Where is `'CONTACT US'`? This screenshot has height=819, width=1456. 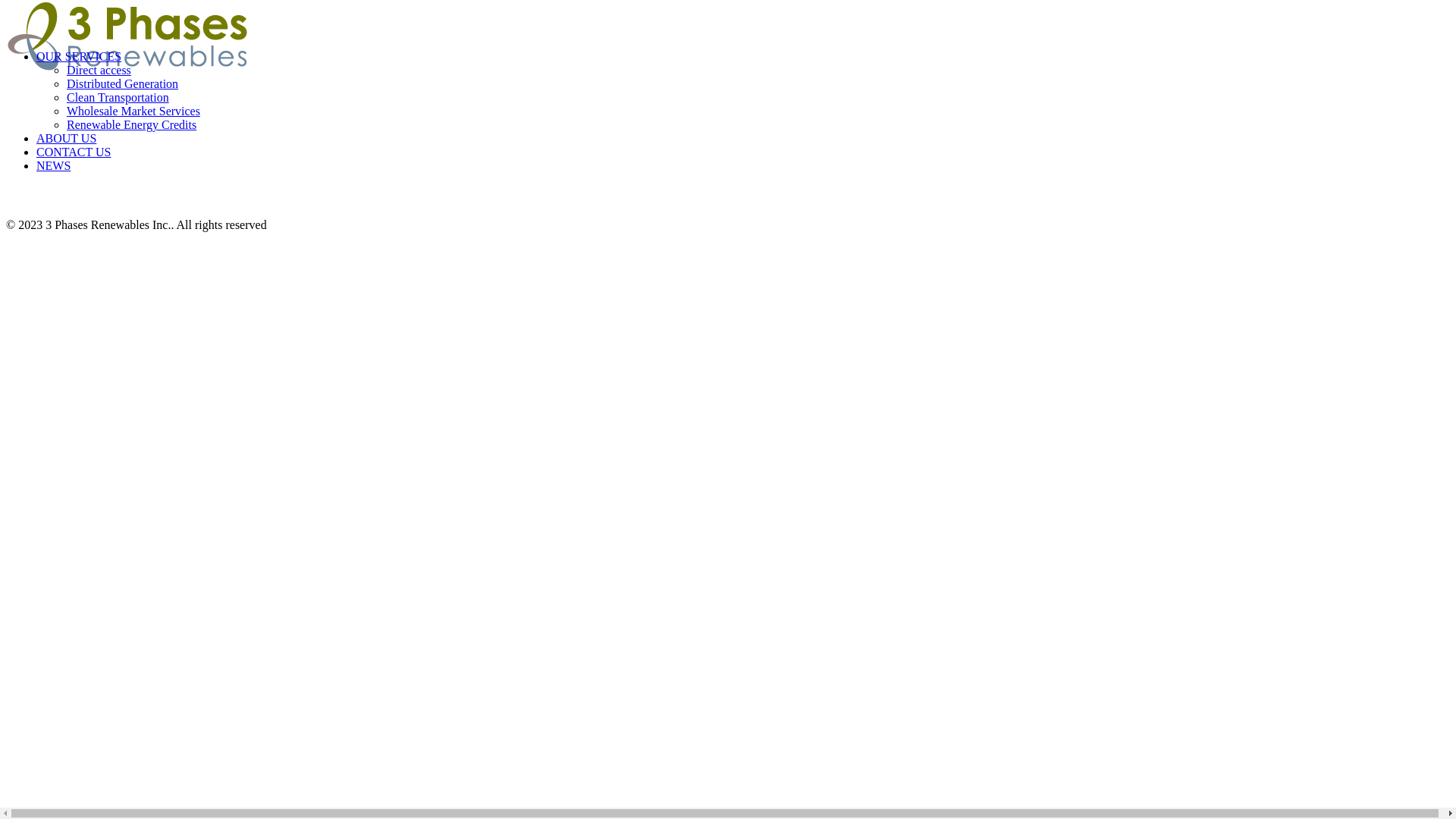 'CONTACT US' is located at coordinates (36, 152).